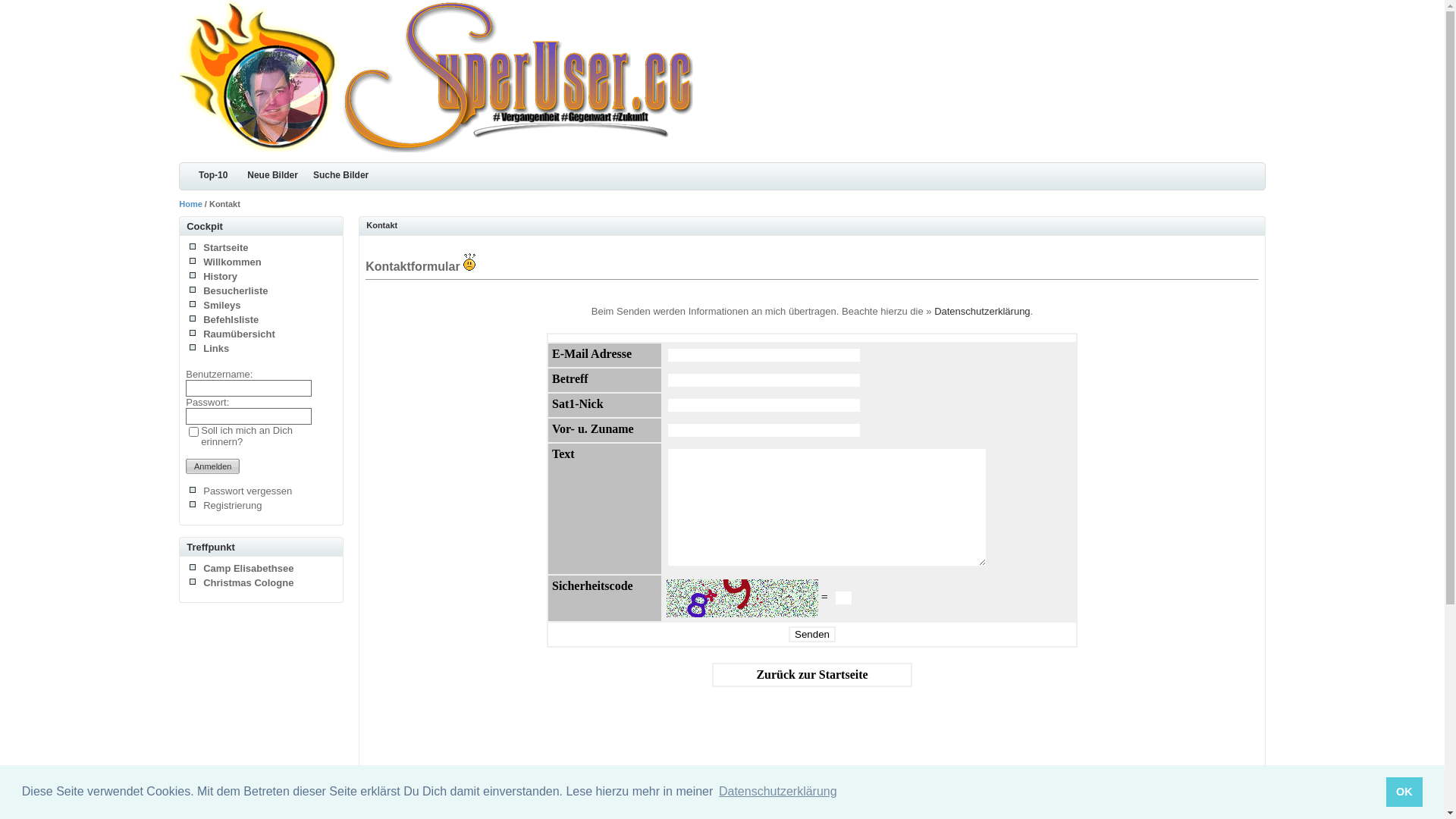  Describe the element at coordinates (272, 175) in the screenshot. I see `'Neue Bilder'` at that location.